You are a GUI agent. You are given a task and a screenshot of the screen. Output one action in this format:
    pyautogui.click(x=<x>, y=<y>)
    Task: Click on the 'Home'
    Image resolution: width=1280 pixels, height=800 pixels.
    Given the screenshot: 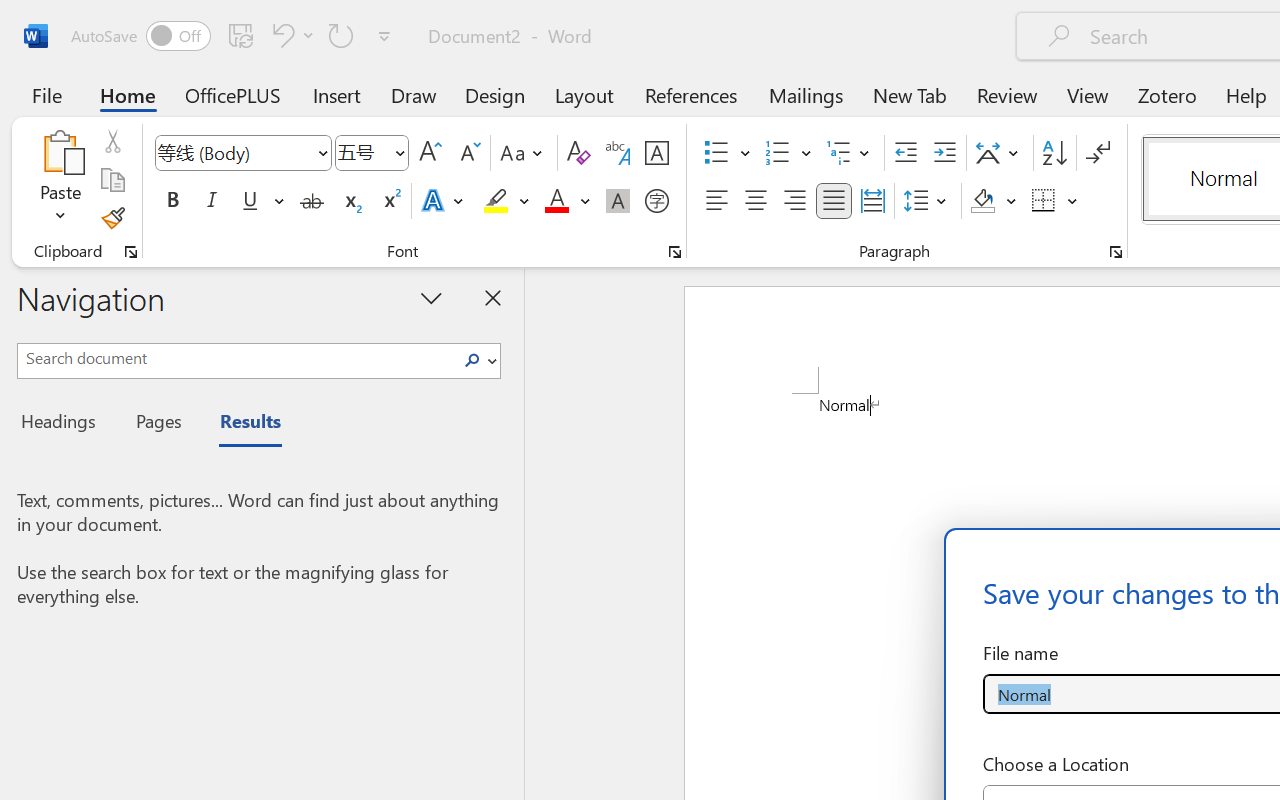 What is the action you would take?
    pyautogui.click(x=127, y=94)
    